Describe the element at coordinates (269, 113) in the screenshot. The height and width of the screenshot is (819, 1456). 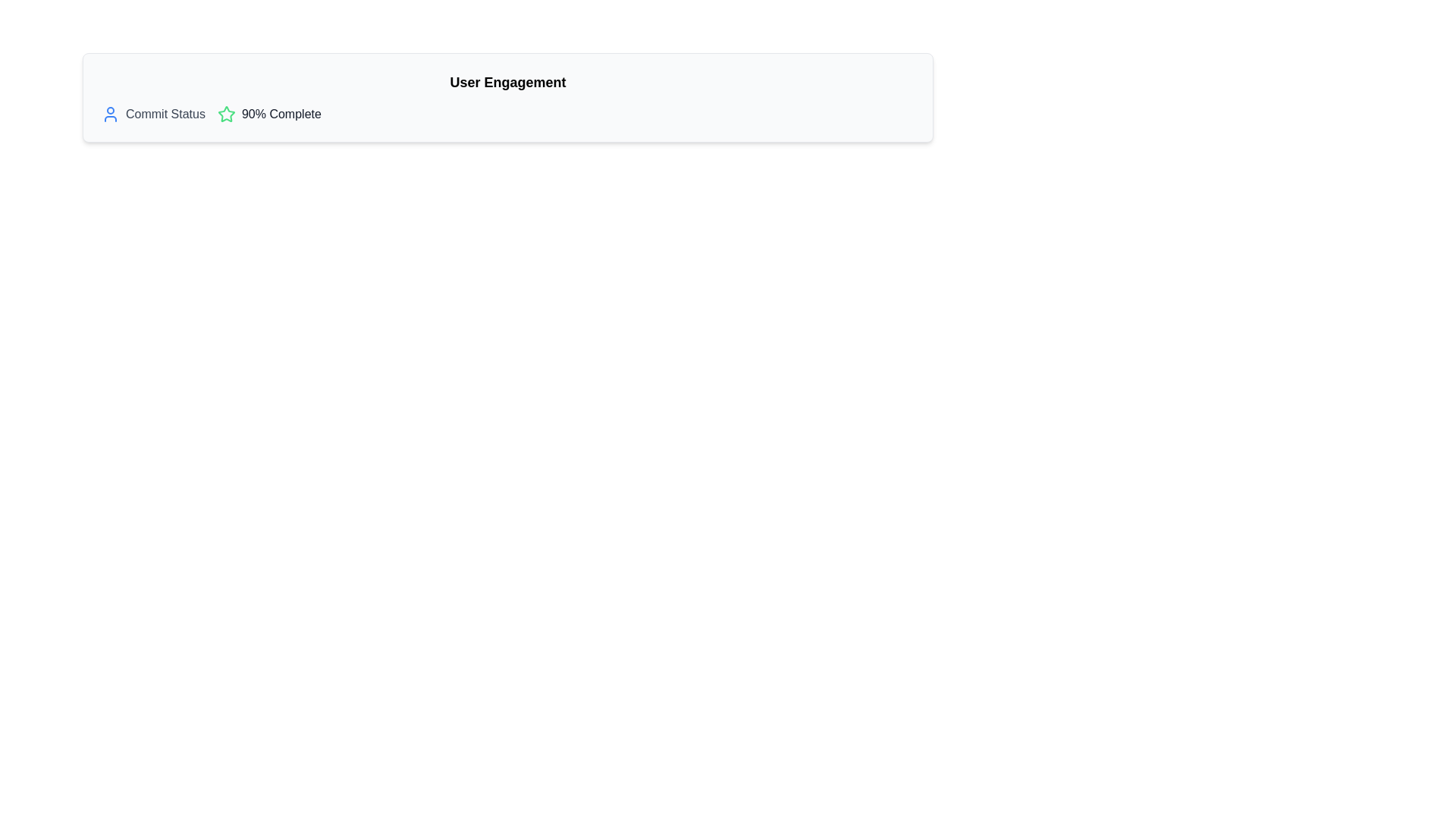
I see `the text '90% Complete' with the star icon, which is the second element located to the right of the 'Commit Status' label` at that location.